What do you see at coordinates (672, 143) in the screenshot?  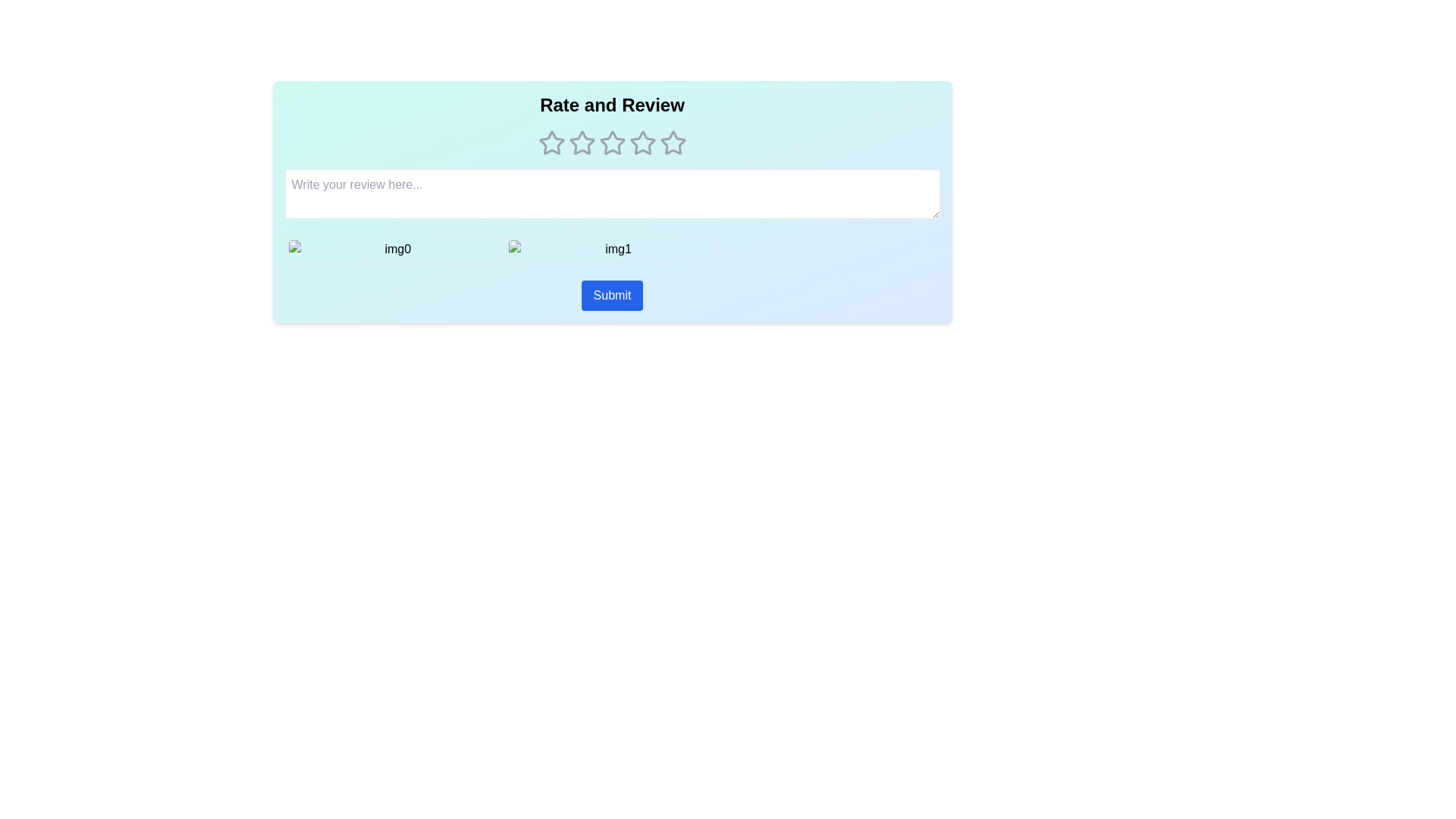 I see `the star corresponding to 5 stars to preview the rating` at bounding box center [672, 143].